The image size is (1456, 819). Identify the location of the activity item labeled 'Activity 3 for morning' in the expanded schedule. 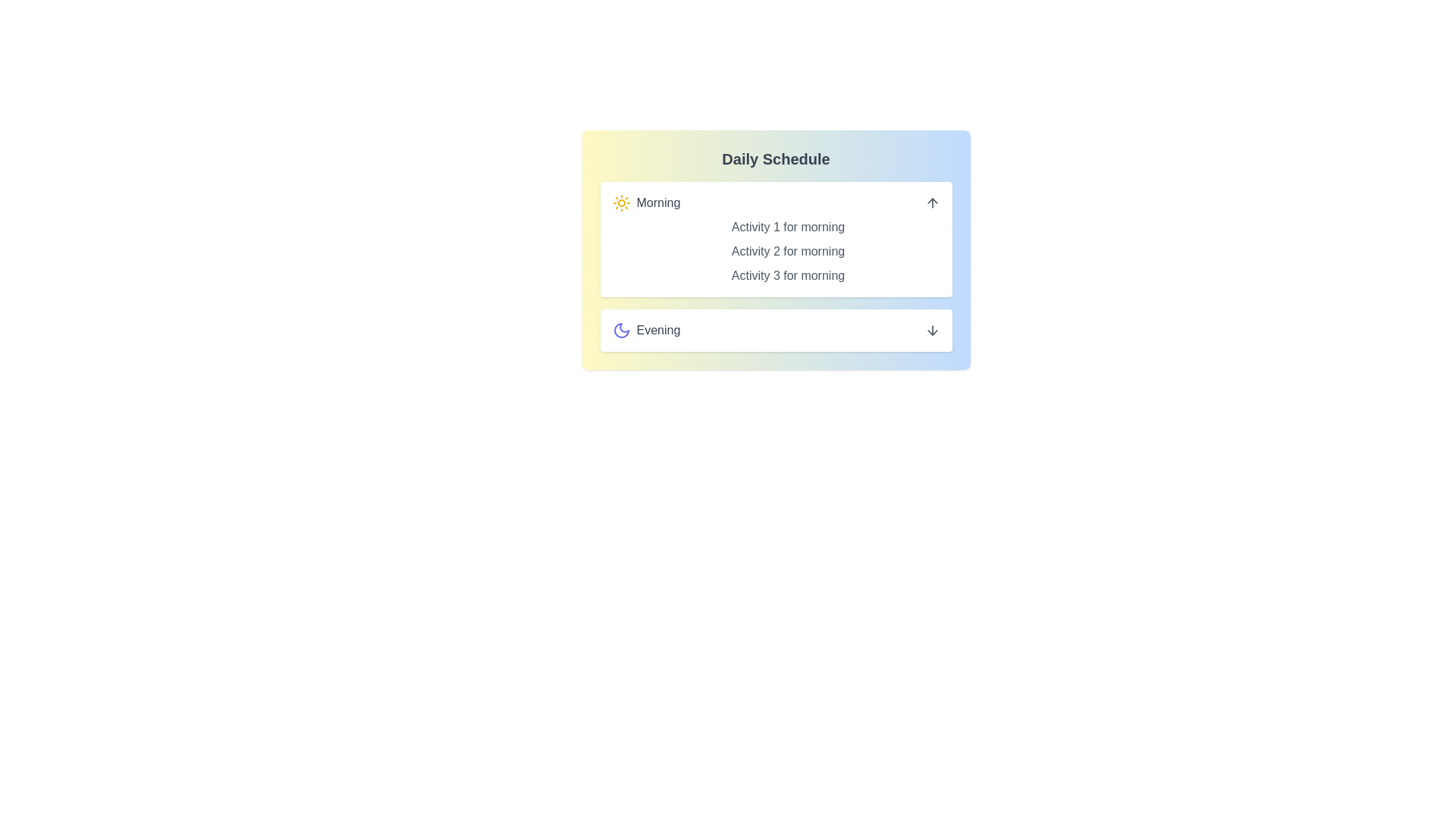
(788, 275).